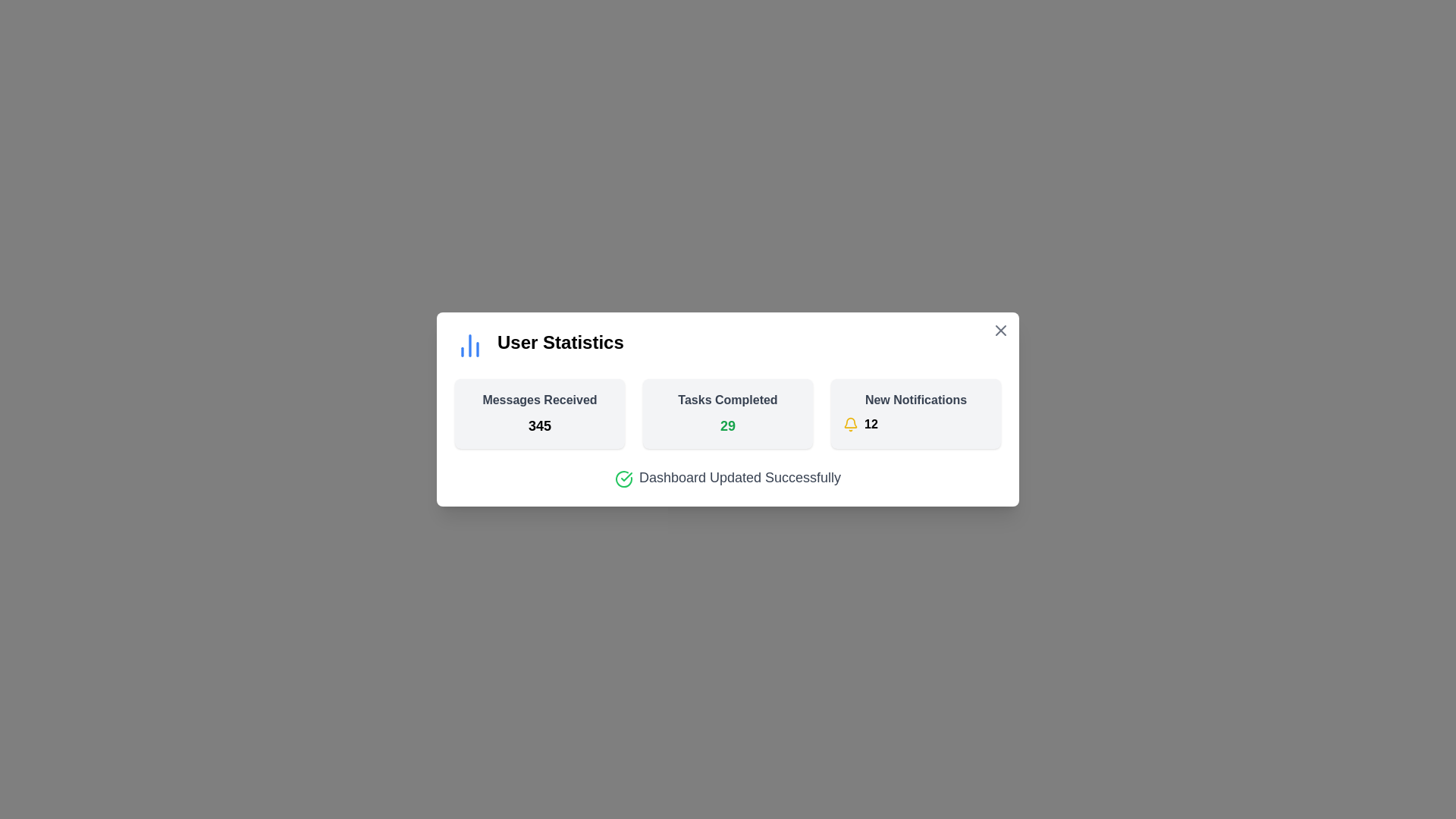 The width and height of the screenshot is (1456, 819). Describe the element at coordinates (623, 479) in the screenshot. I see `the circular green outlined icon with a checkmark indicating a successful operation, located to the left of the text 'Dashboard Updated Successfully'` at that location.